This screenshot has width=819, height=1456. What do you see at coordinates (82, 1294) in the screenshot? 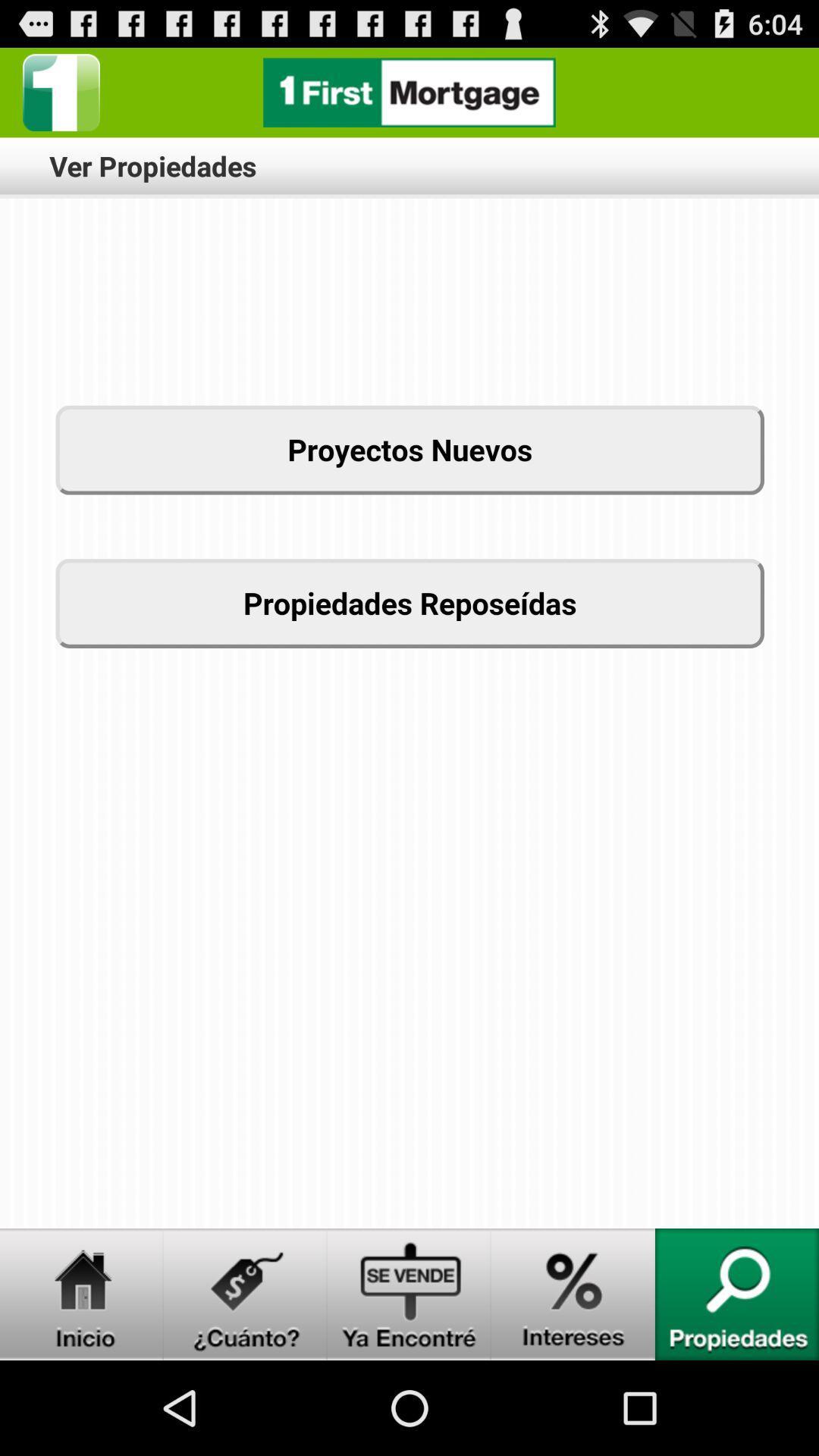
I see `home icon` at bounding box center [82, 1294].